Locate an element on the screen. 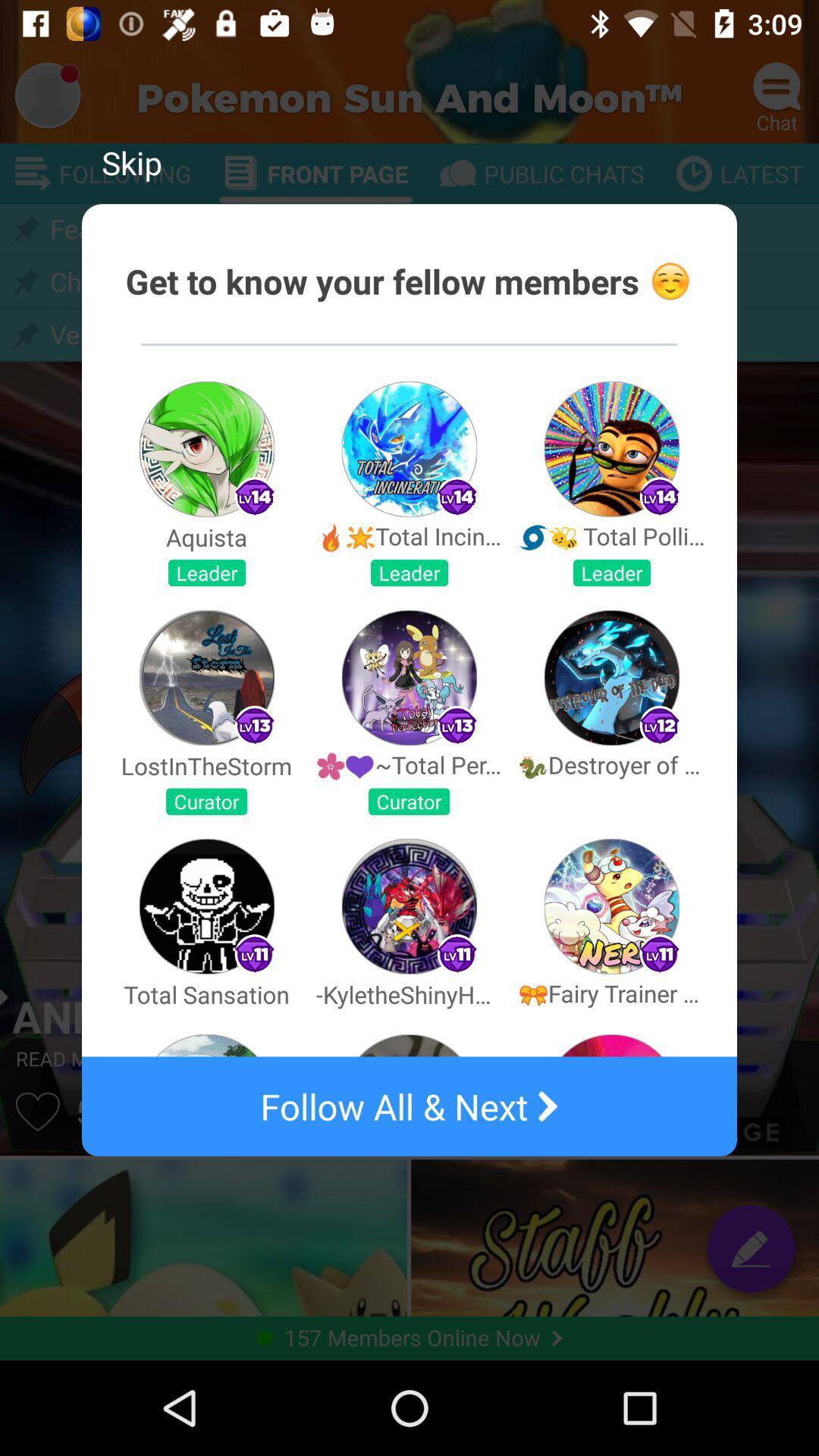 The height and width of the screenshot is (1456, 819). the second image in the second row is located at coordinates (409, 676).